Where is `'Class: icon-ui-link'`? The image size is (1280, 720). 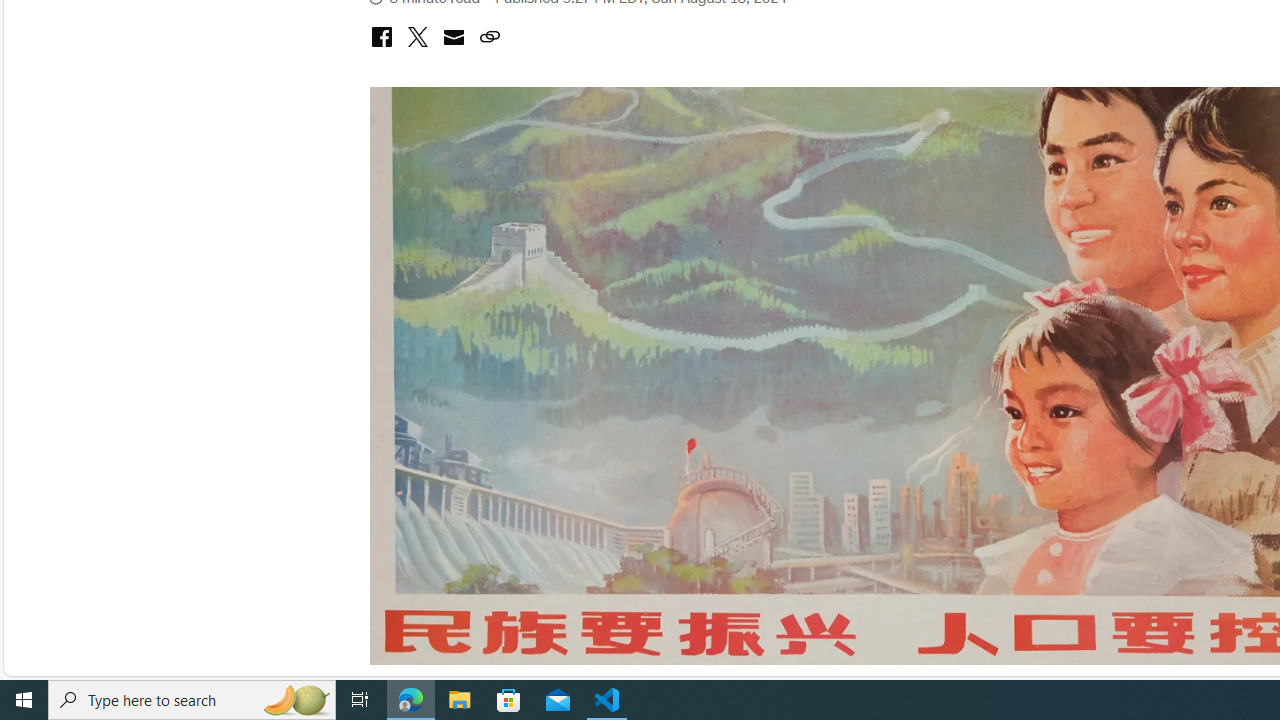
'Class: icon-ui-link' is located at coordinates (489, 37).